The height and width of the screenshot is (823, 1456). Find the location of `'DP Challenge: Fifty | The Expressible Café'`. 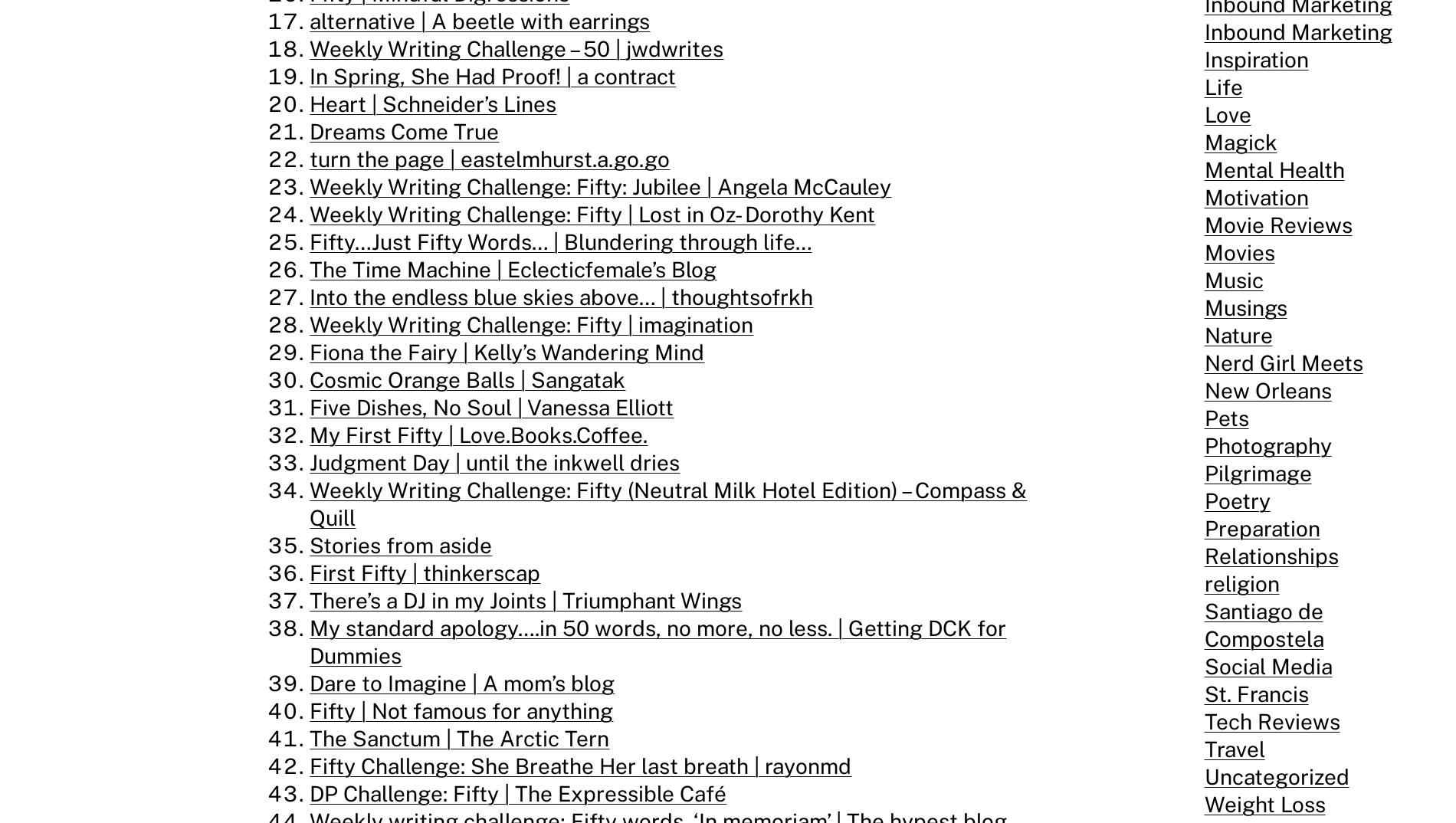

'DP Challenge: Fifty | The Expressible Café' is located at coordinates (518, 793).